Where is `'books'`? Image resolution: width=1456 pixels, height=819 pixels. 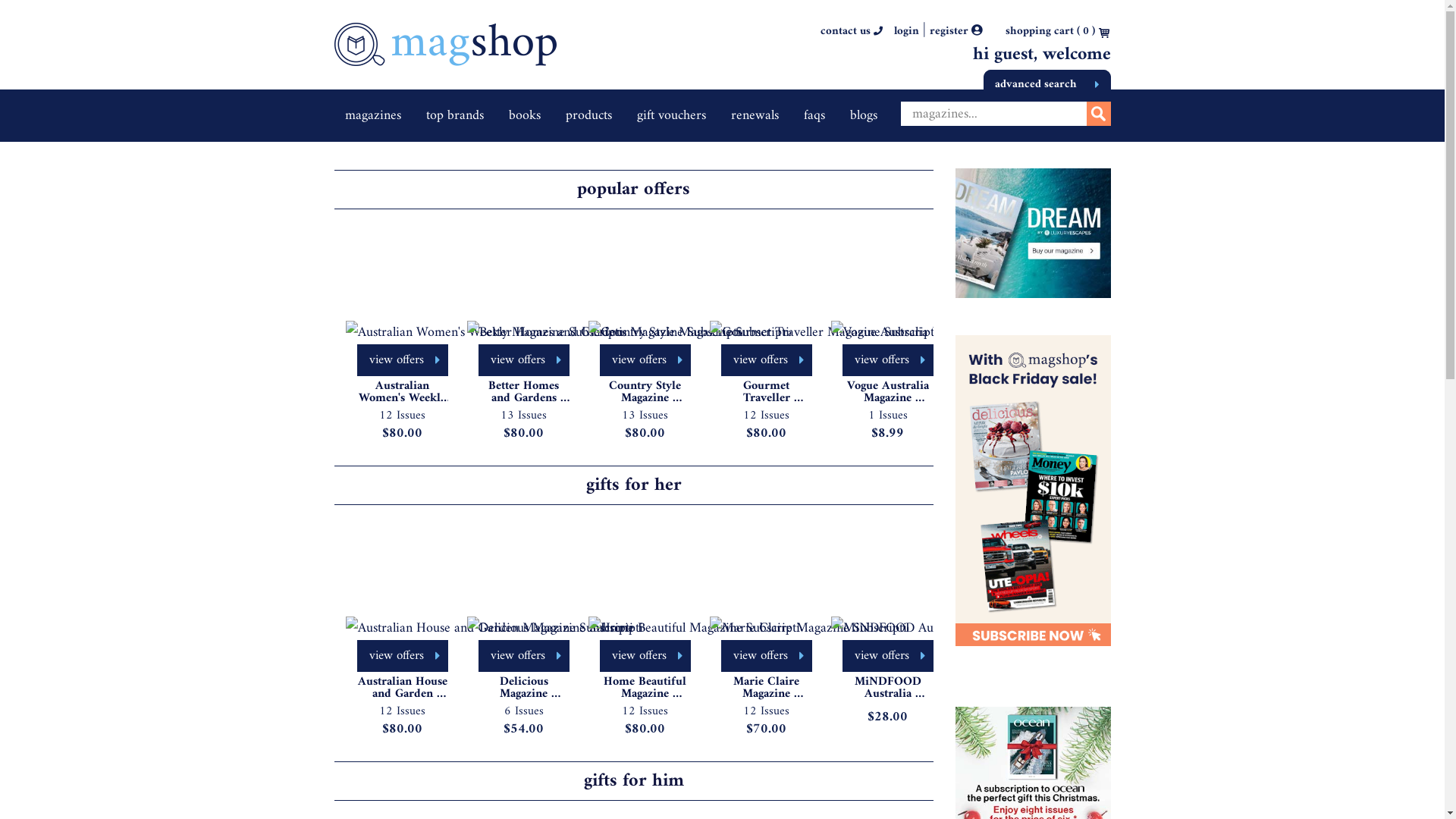 'books' is located at coordinates (524, 115).